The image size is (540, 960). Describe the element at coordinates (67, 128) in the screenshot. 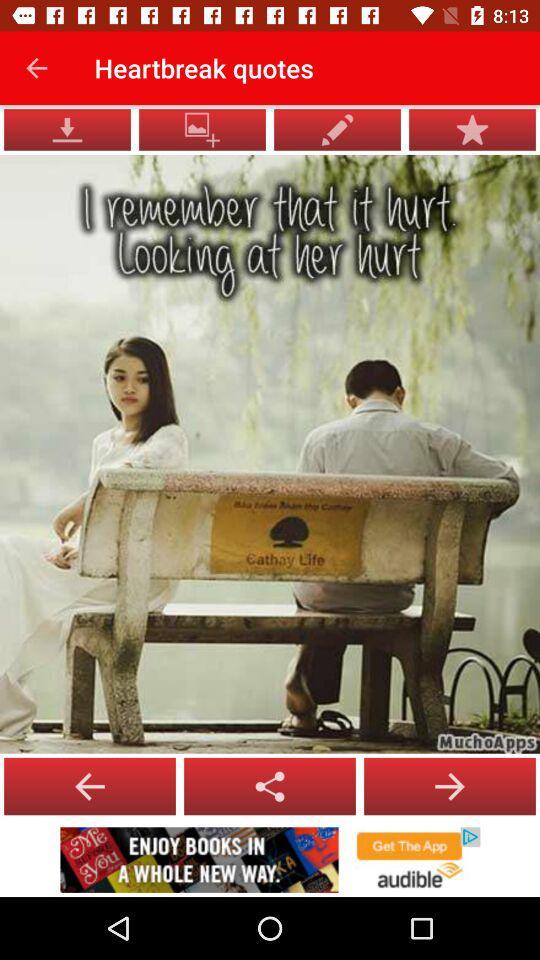

I see `the file_download icon` at that location.